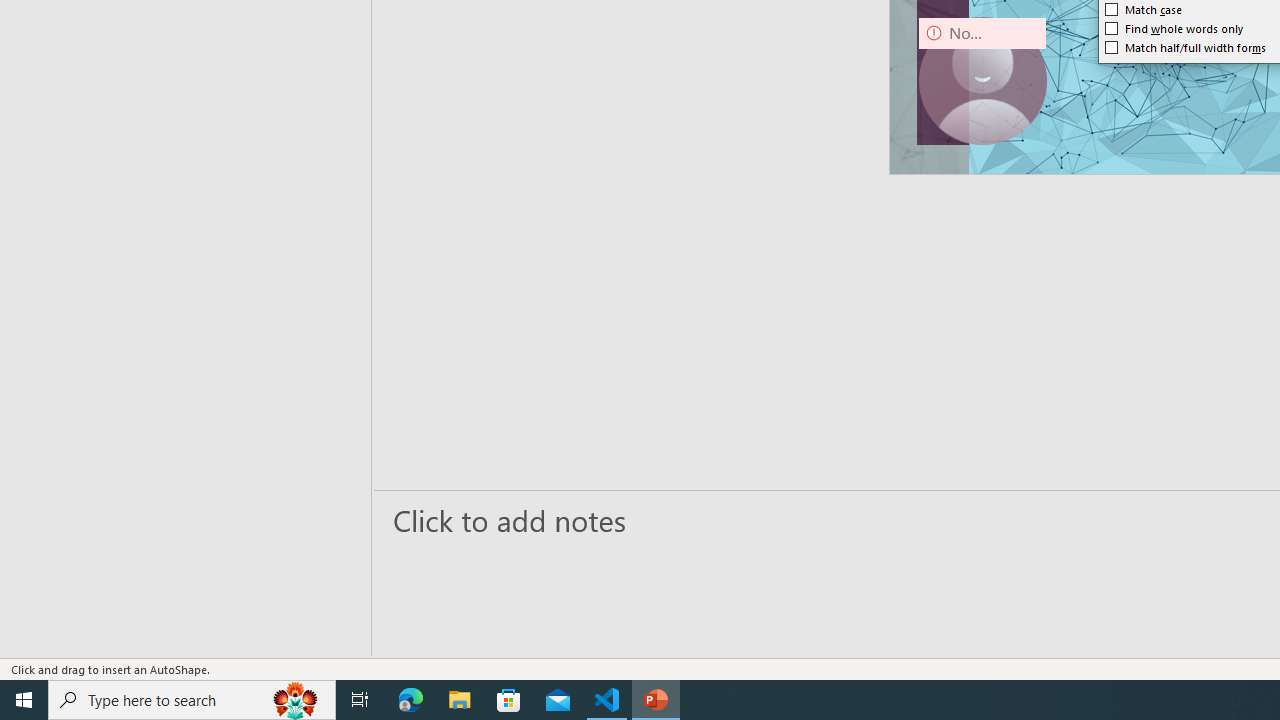  I want to click on 'Find whole words only', so click(1175, 28).